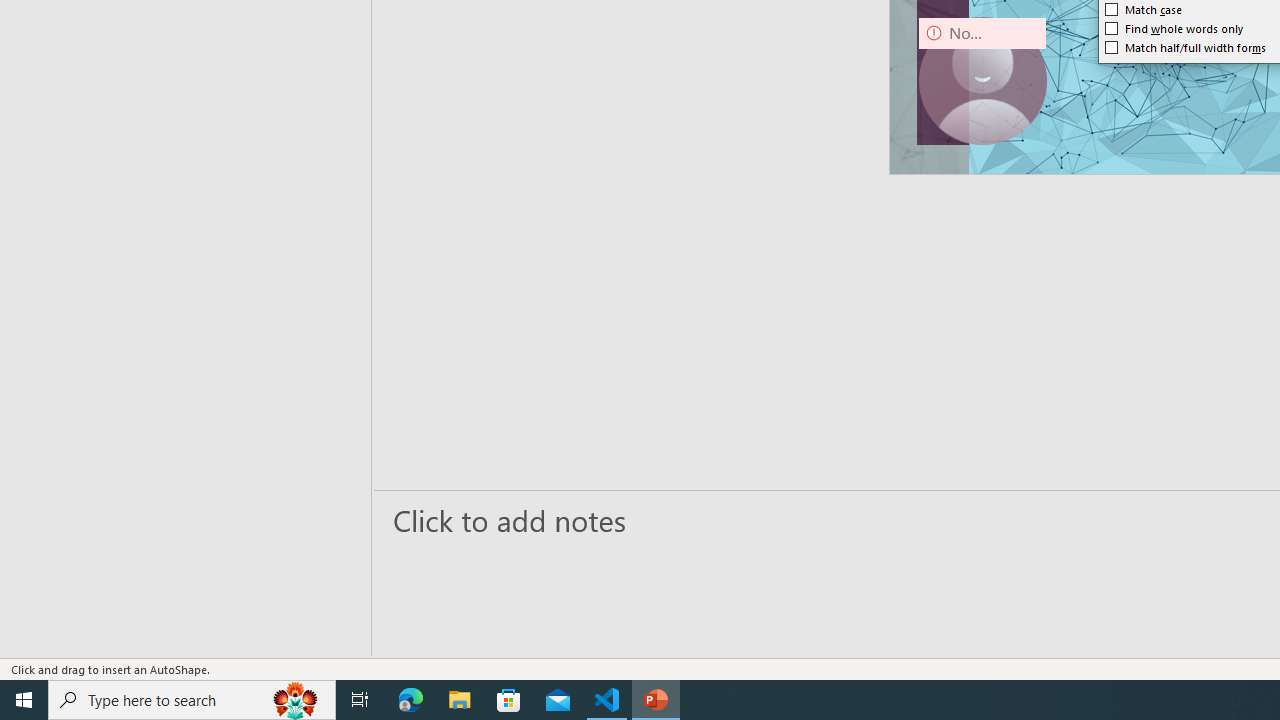  I want to click on 'Find whole words only', so click(1175, 28).